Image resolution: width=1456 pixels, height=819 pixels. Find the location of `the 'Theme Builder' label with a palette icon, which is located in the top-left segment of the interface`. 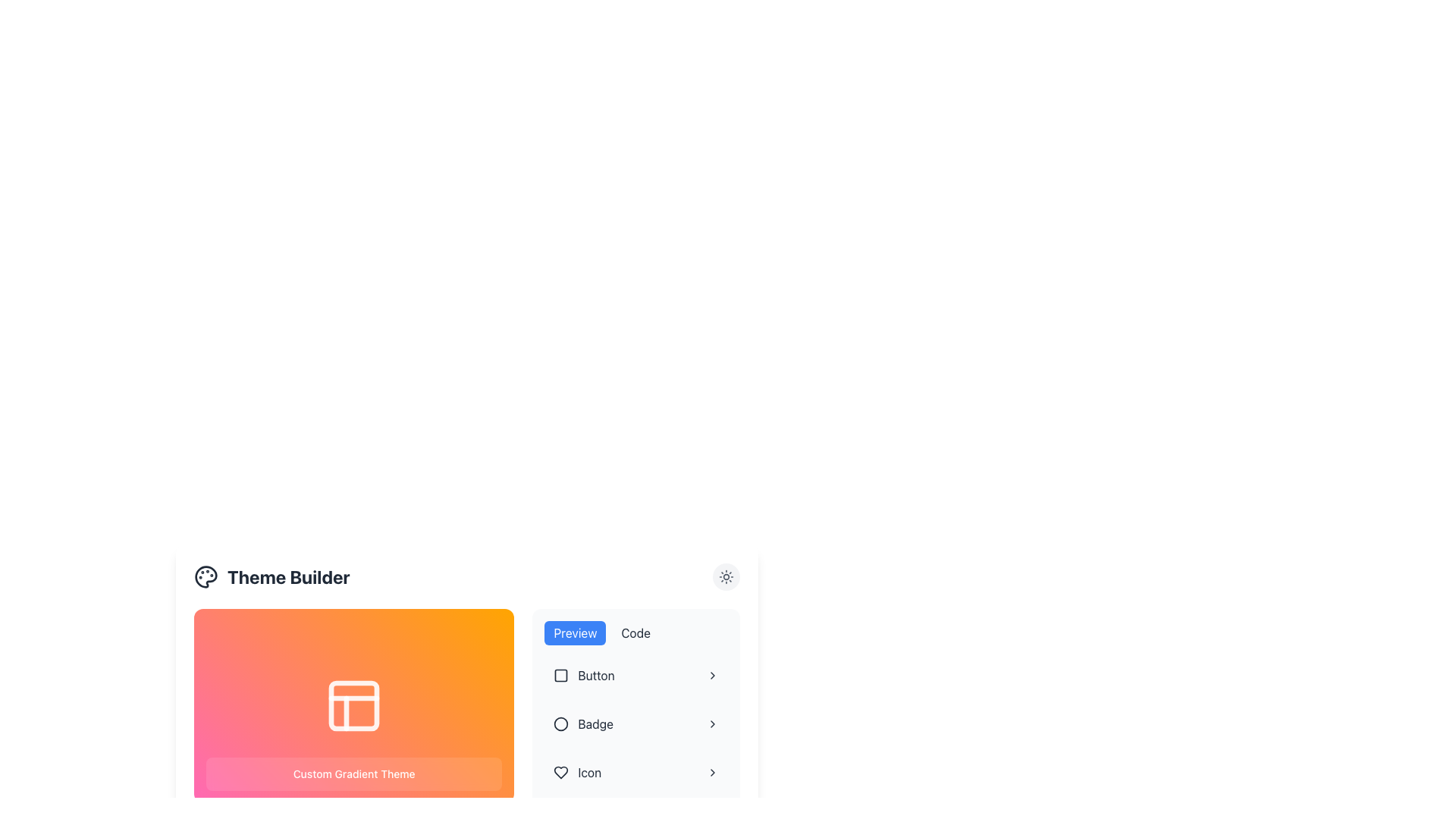

the 'Theme Builder' label with a palette icon, which is located in the top-left segment of the interface is located at coordinates (271, 576).